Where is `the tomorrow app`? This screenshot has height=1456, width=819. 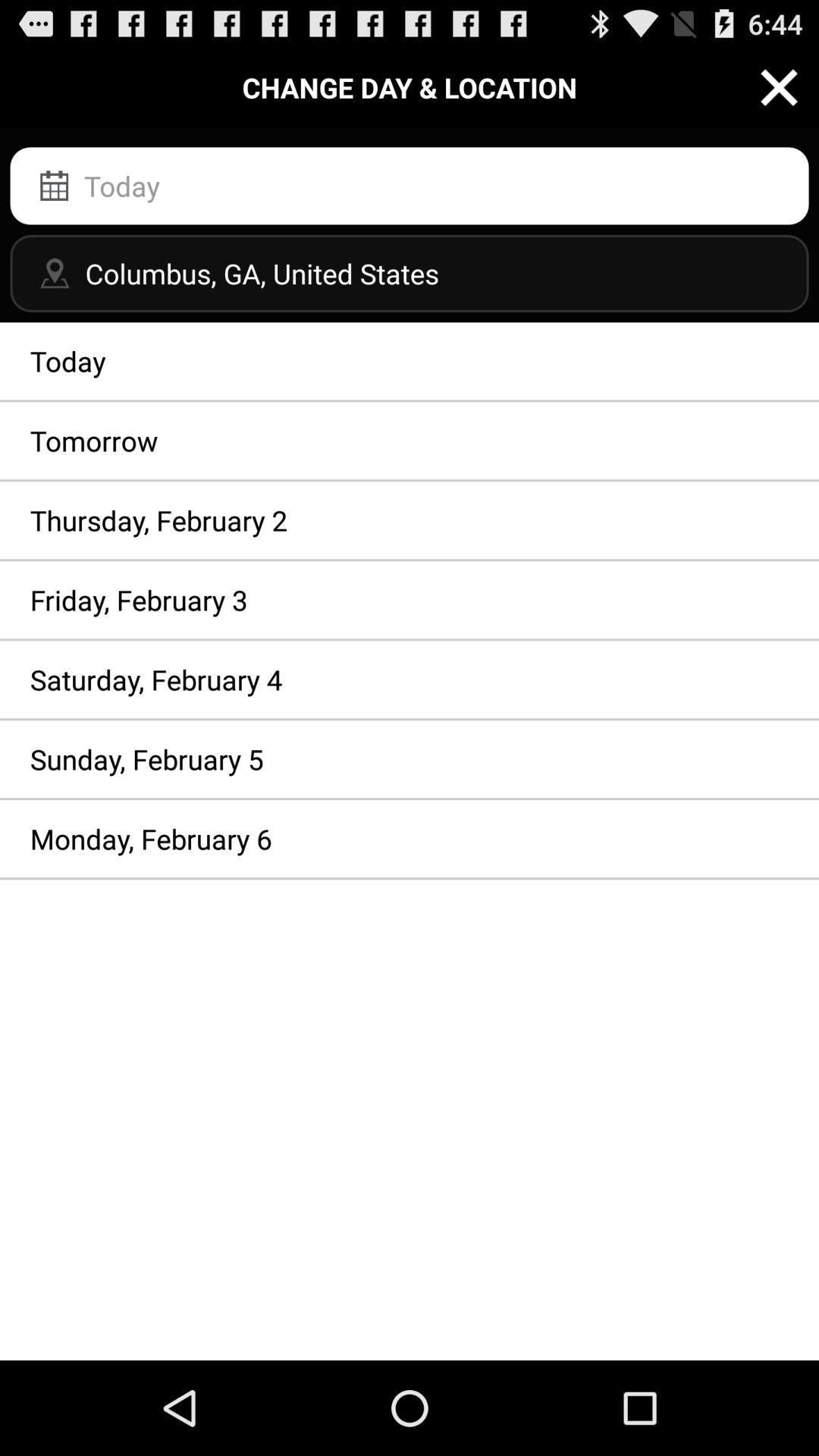
the tomorrow app is located at coordinates (409, 440).